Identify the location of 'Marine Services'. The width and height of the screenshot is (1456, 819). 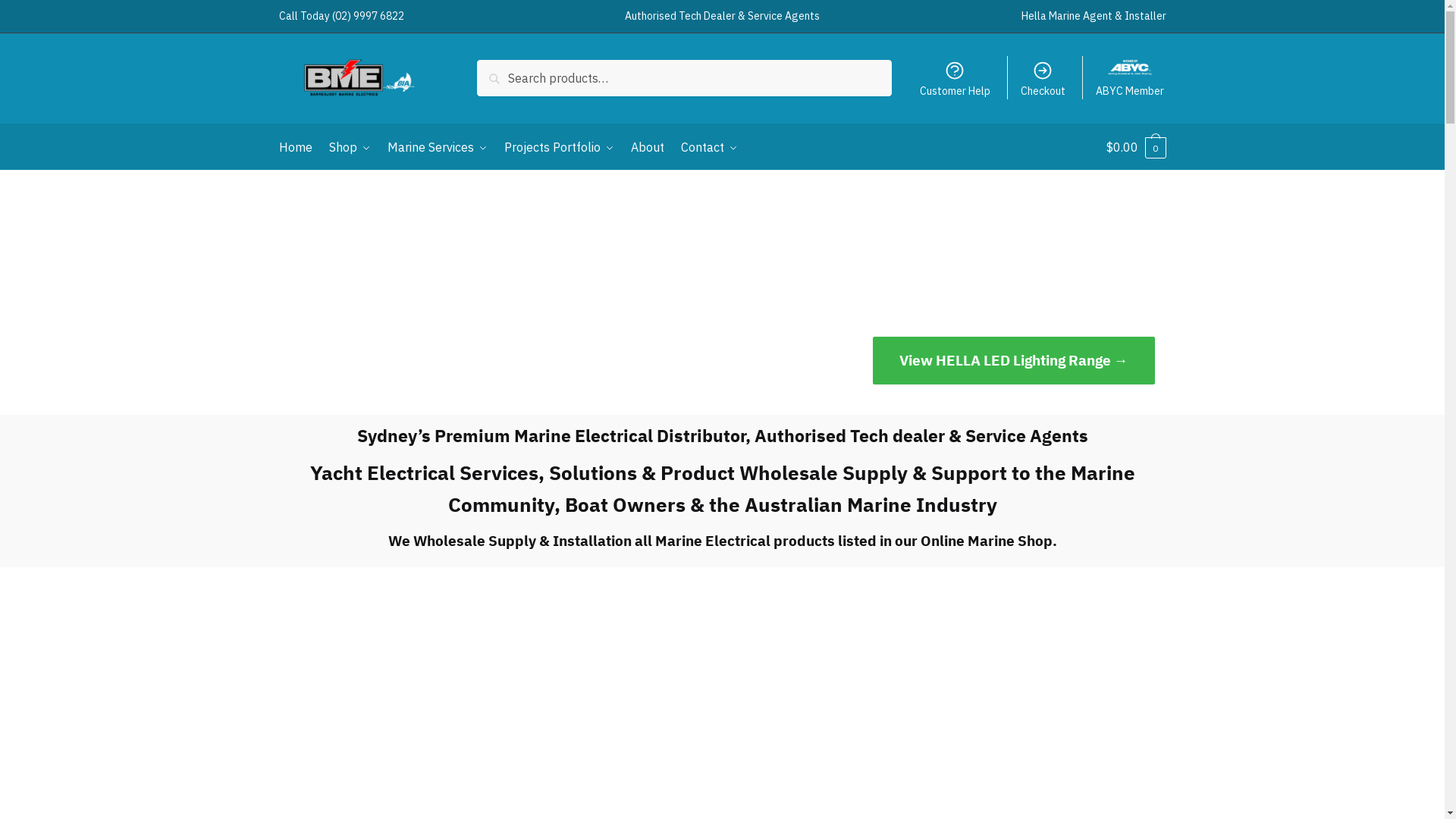
(436, 146).